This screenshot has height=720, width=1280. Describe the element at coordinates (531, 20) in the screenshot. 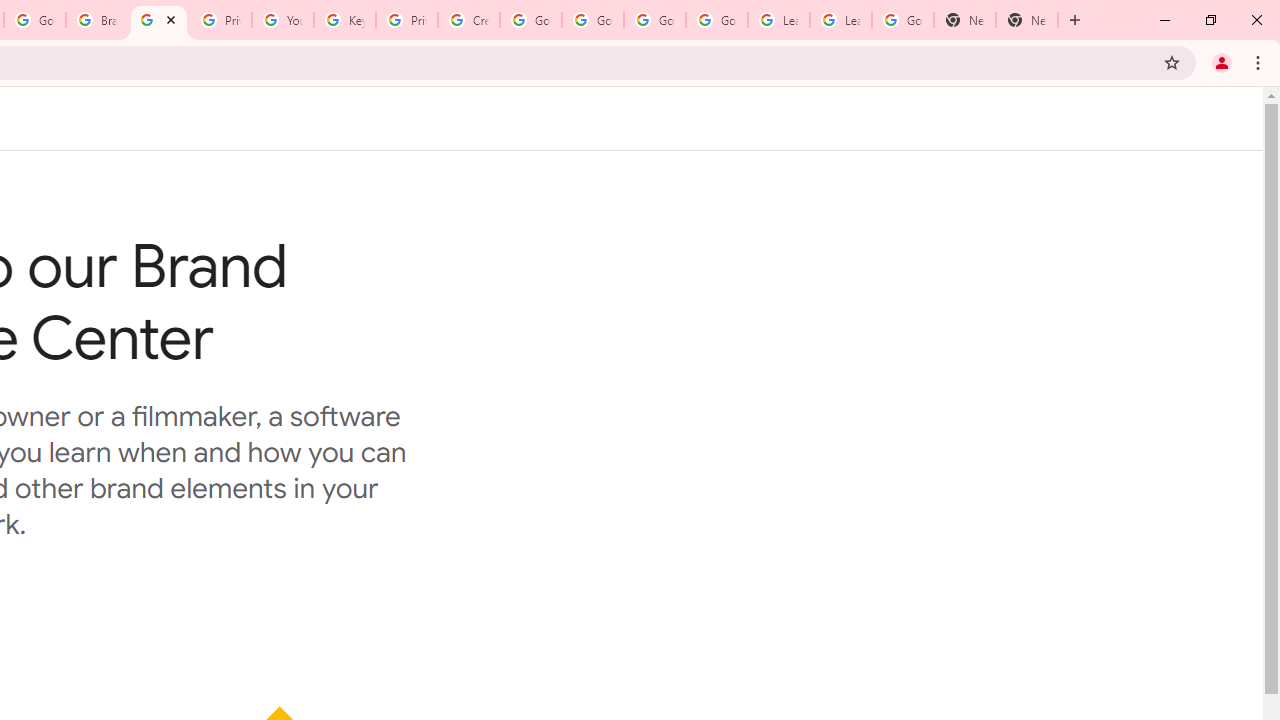

I see `'Google Account Help'` at that location.